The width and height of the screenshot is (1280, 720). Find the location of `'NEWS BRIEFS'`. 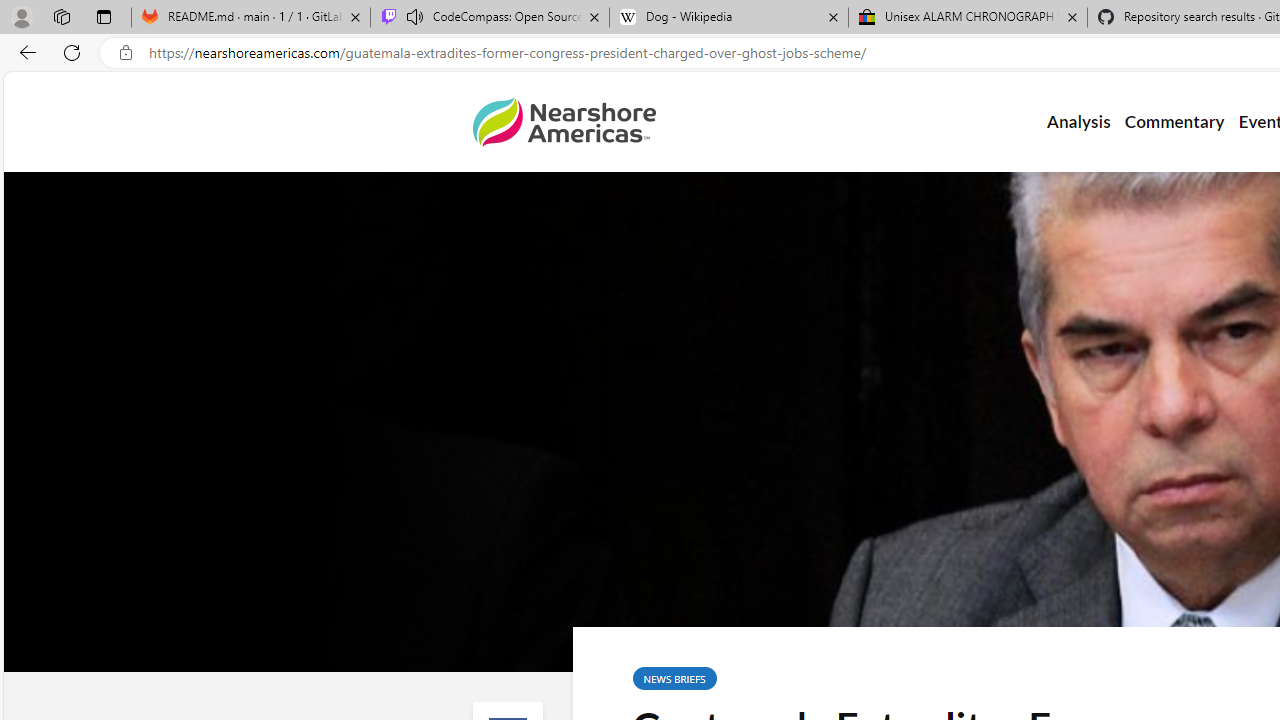

'NEWS BRIEFS' is located at coordinates (674, 677).